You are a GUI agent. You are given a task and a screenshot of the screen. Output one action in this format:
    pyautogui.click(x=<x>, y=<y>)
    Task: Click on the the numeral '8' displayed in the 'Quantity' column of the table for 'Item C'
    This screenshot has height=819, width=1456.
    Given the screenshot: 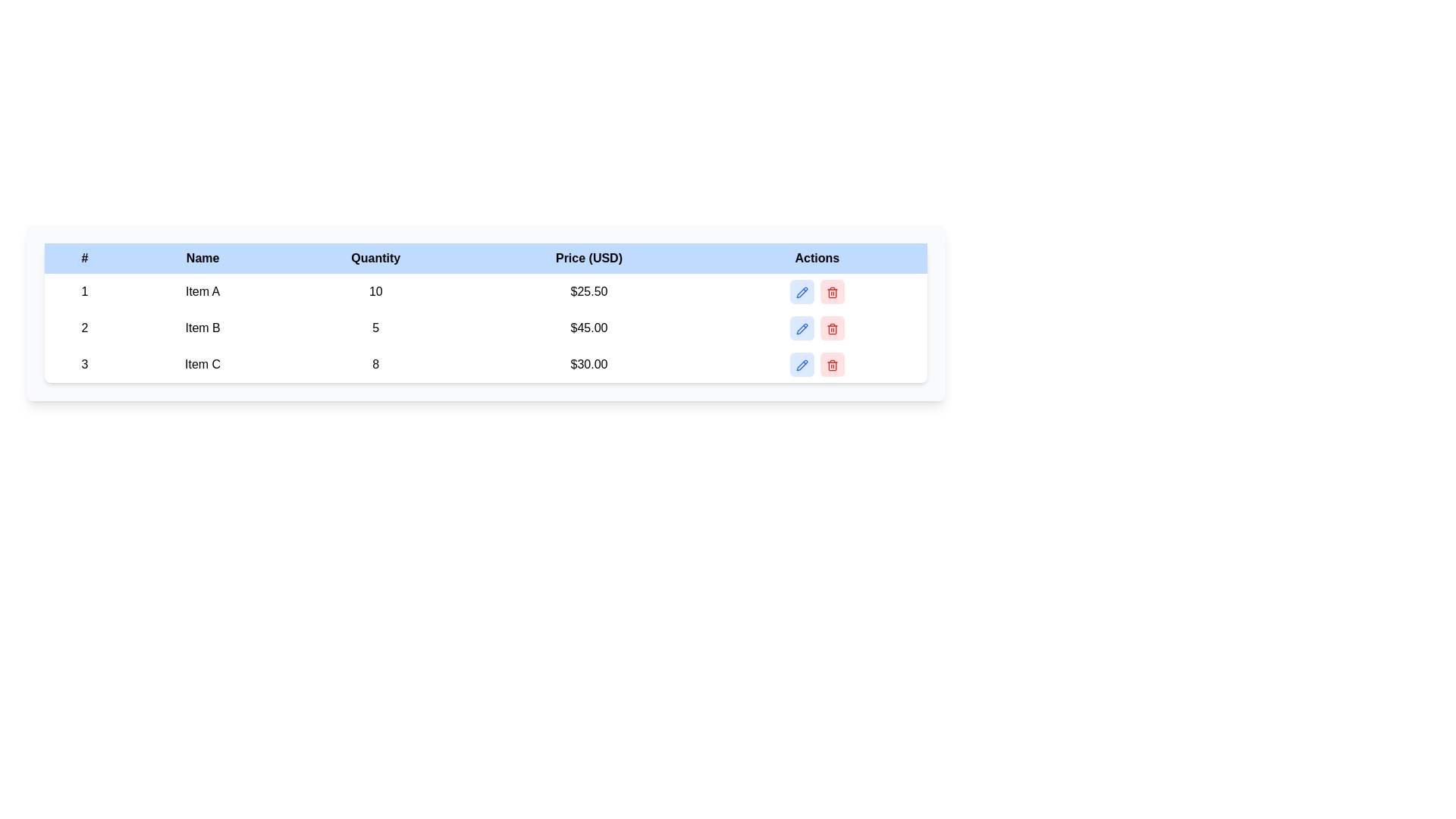 What is the action you would take?
    pyautogui.click(x=375, y=365)
    